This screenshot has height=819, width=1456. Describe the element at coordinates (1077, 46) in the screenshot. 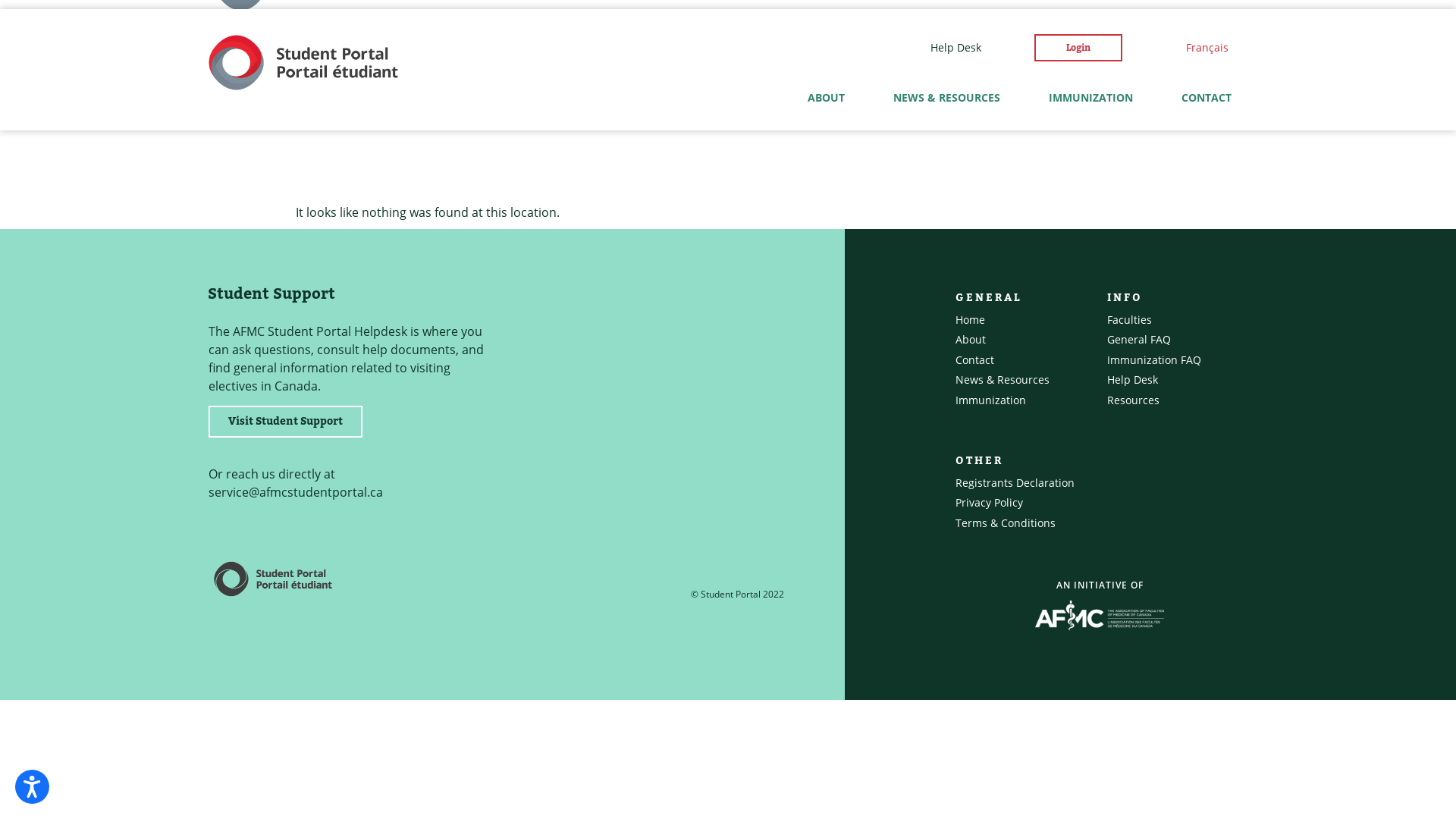

I see `'Login'` at that location.